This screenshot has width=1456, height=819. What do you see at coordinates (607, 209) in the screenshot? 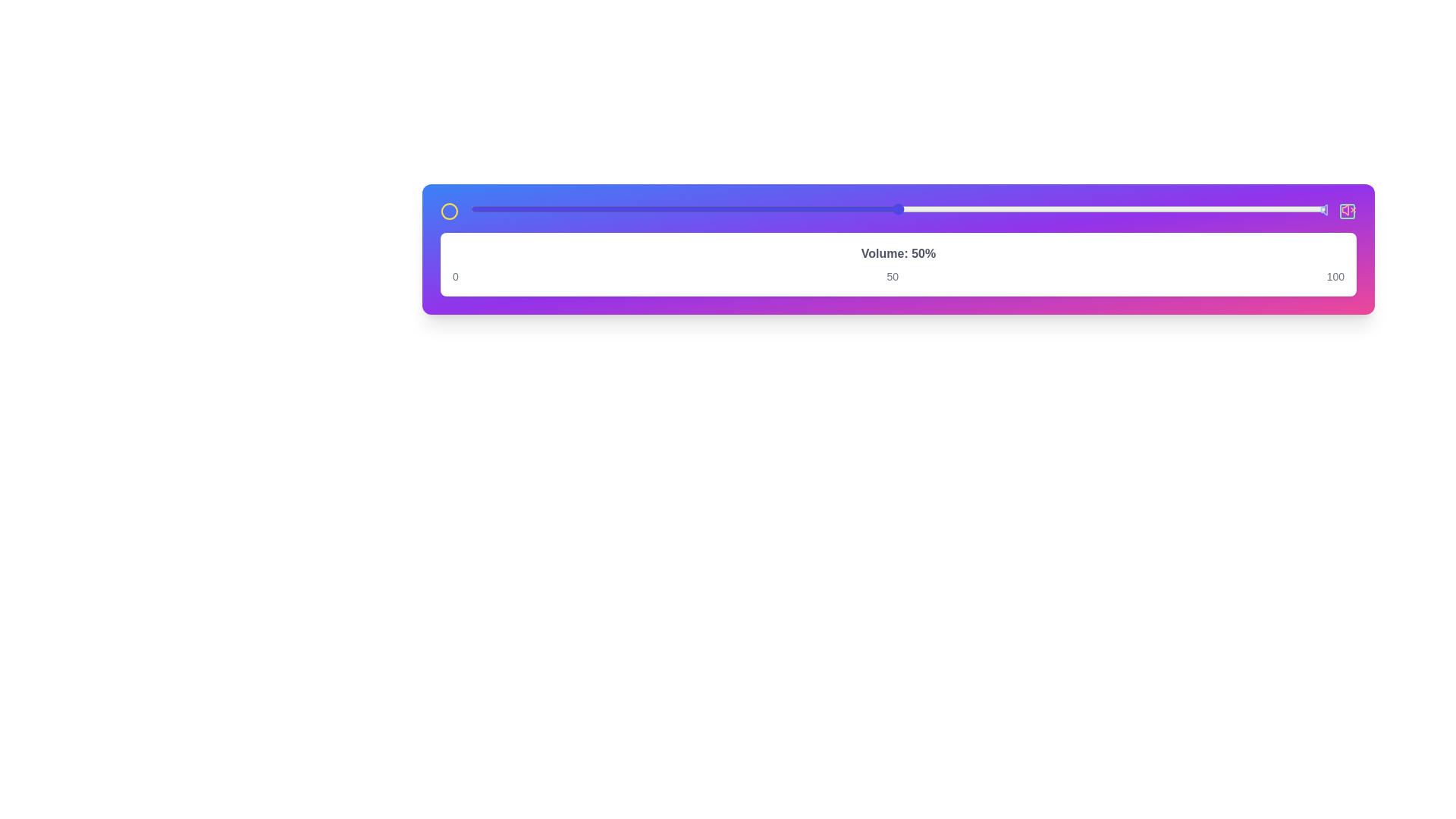
I see `the slider to 16%` at bounding box center [607, 209].